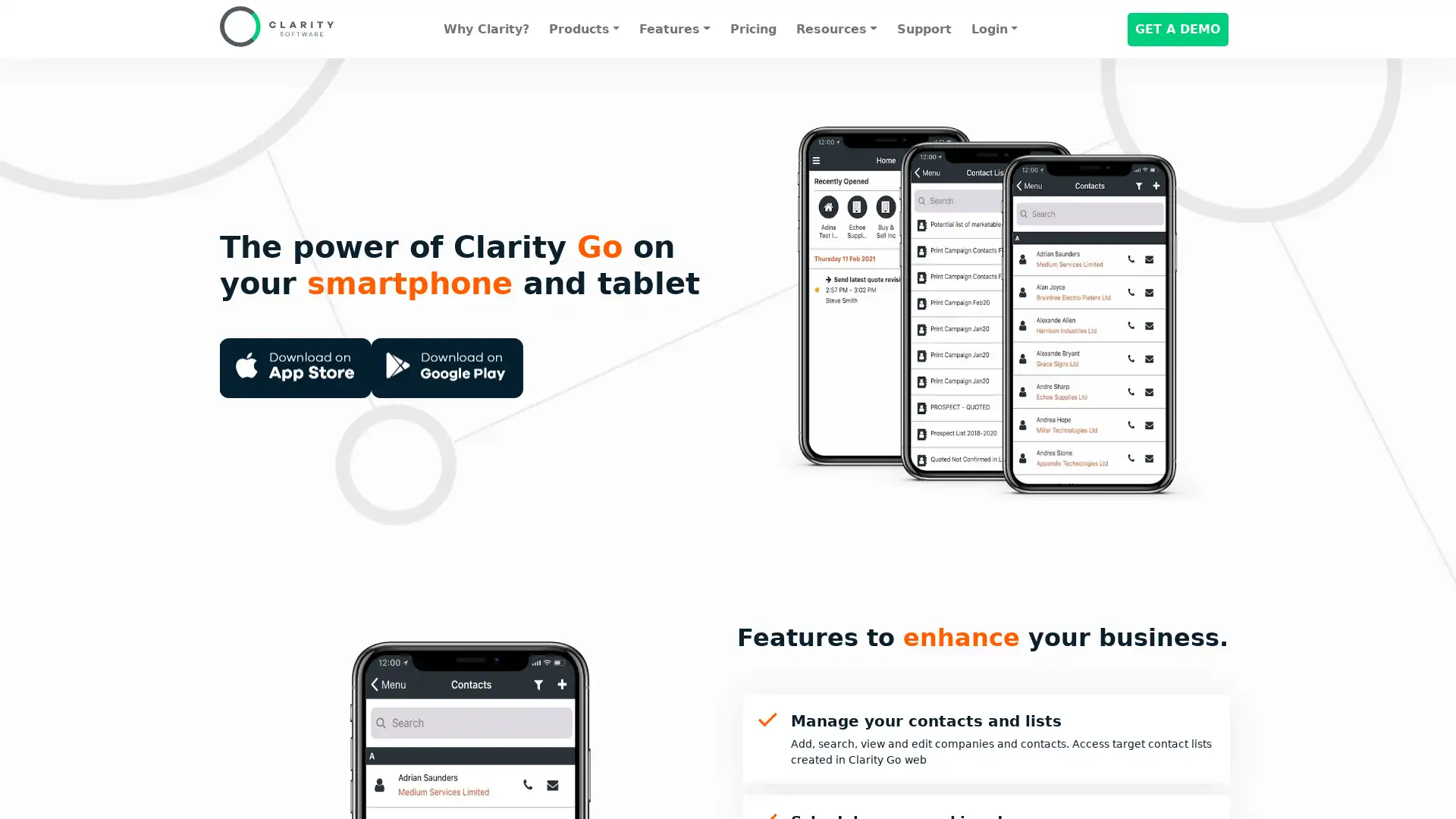  I want to click on Resources, so click(836, 29).